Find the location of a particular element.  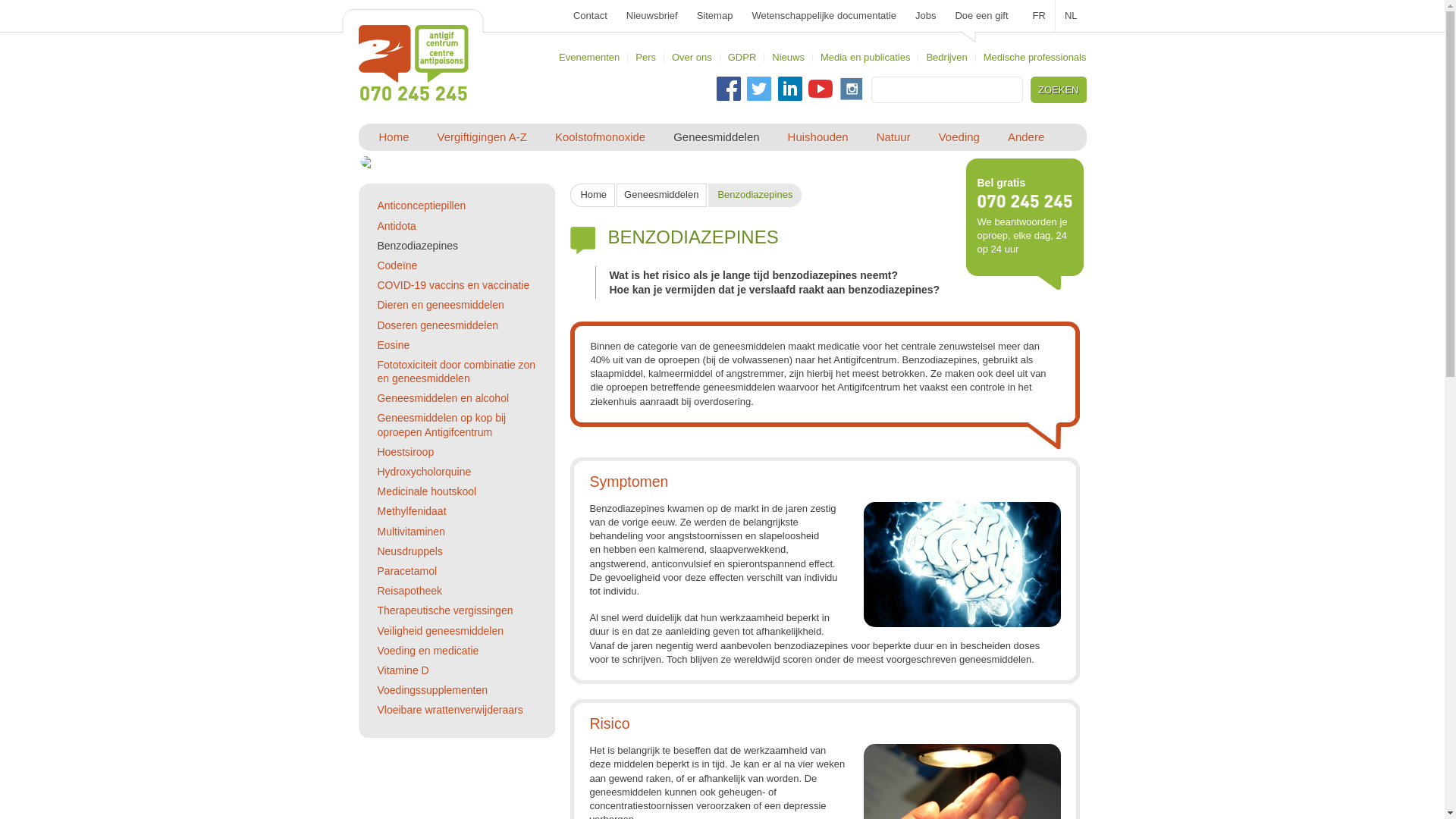

'Benzodiazepines' is located at coordinates (417, 245).